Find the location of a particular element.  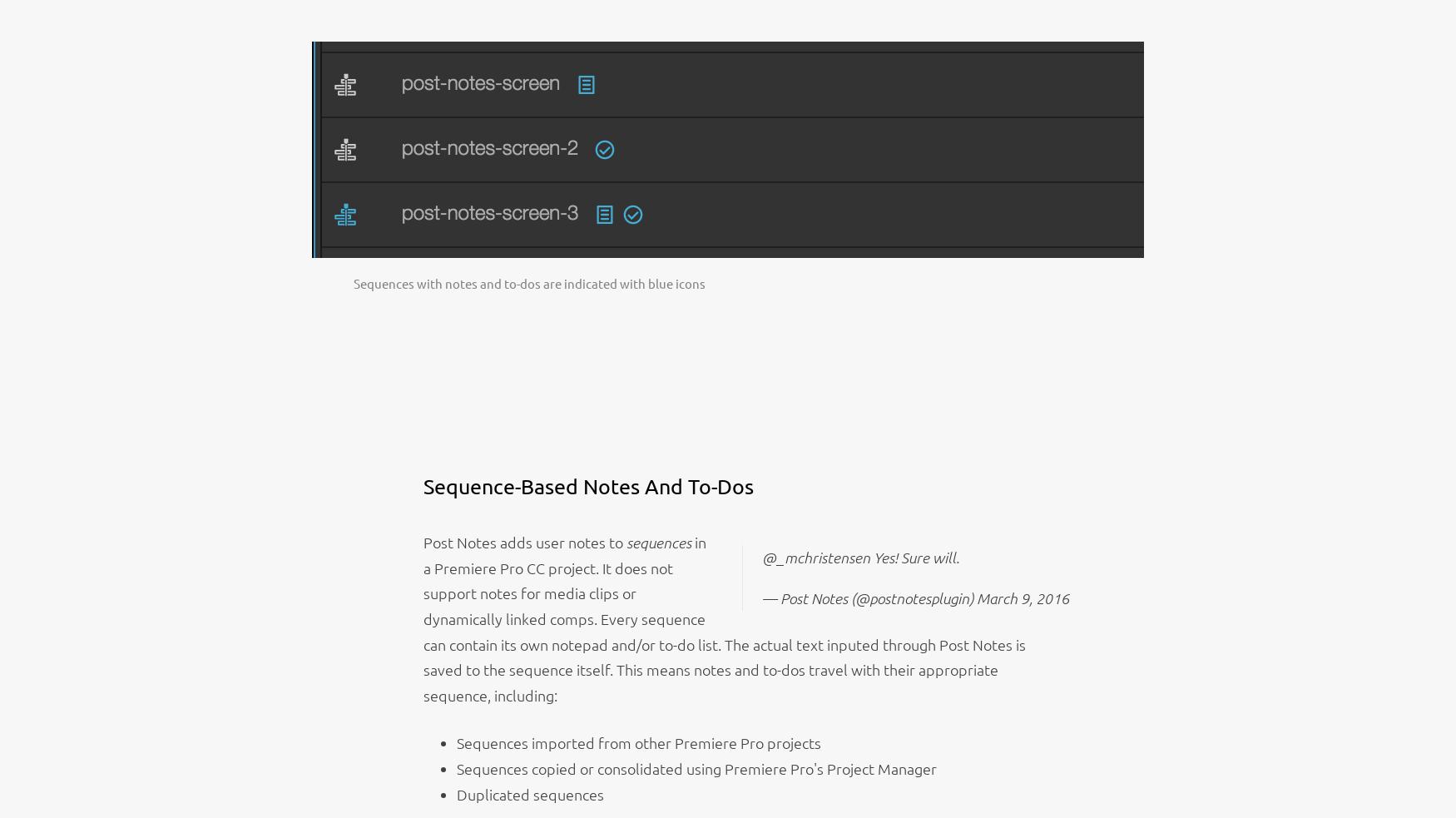

'Sequences with notes and to-dos are indicated with blue icons' is located at coordinates (528, 281).